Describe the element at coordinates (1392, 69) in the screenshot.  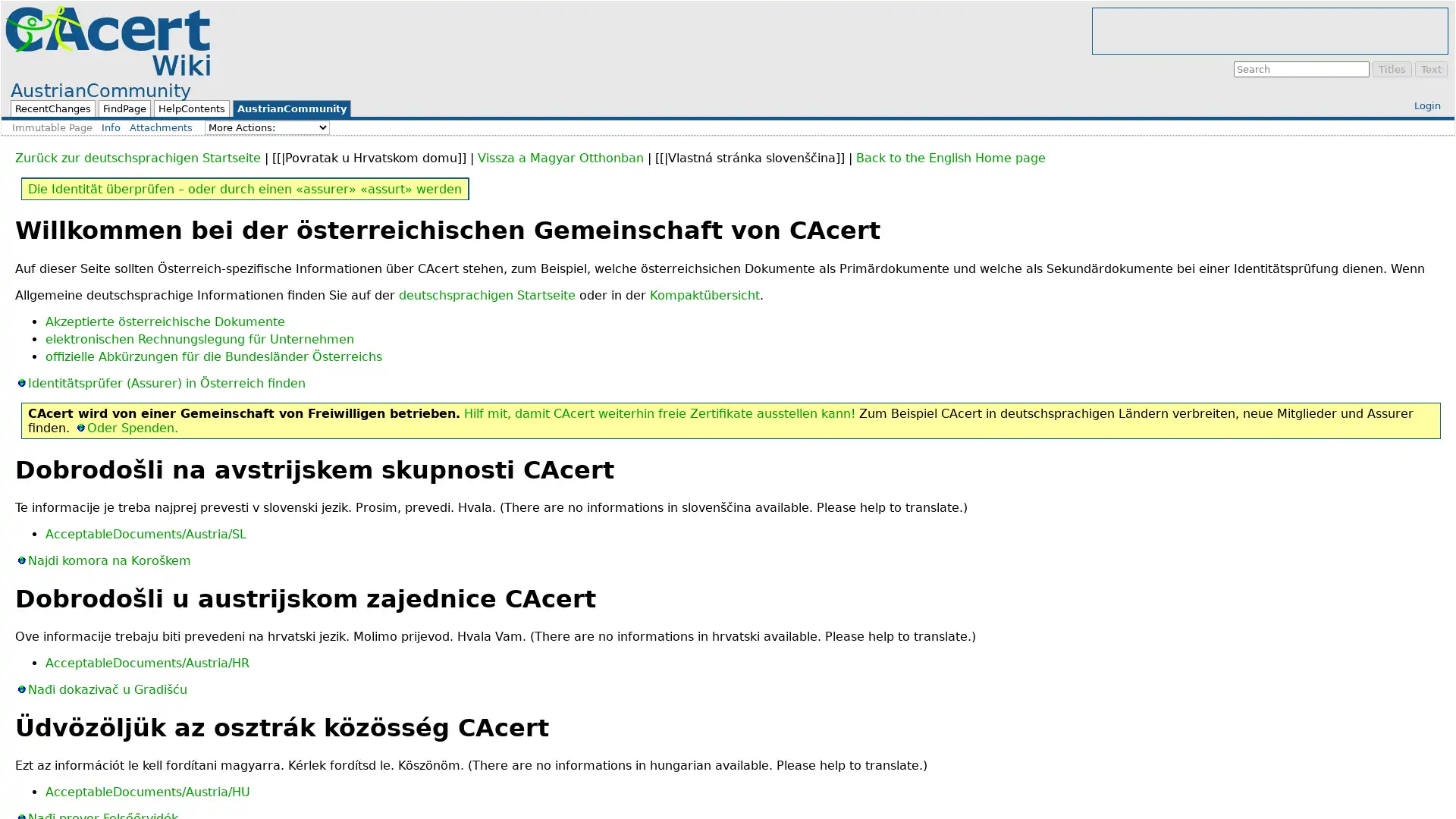
I see `Titles` at that location.